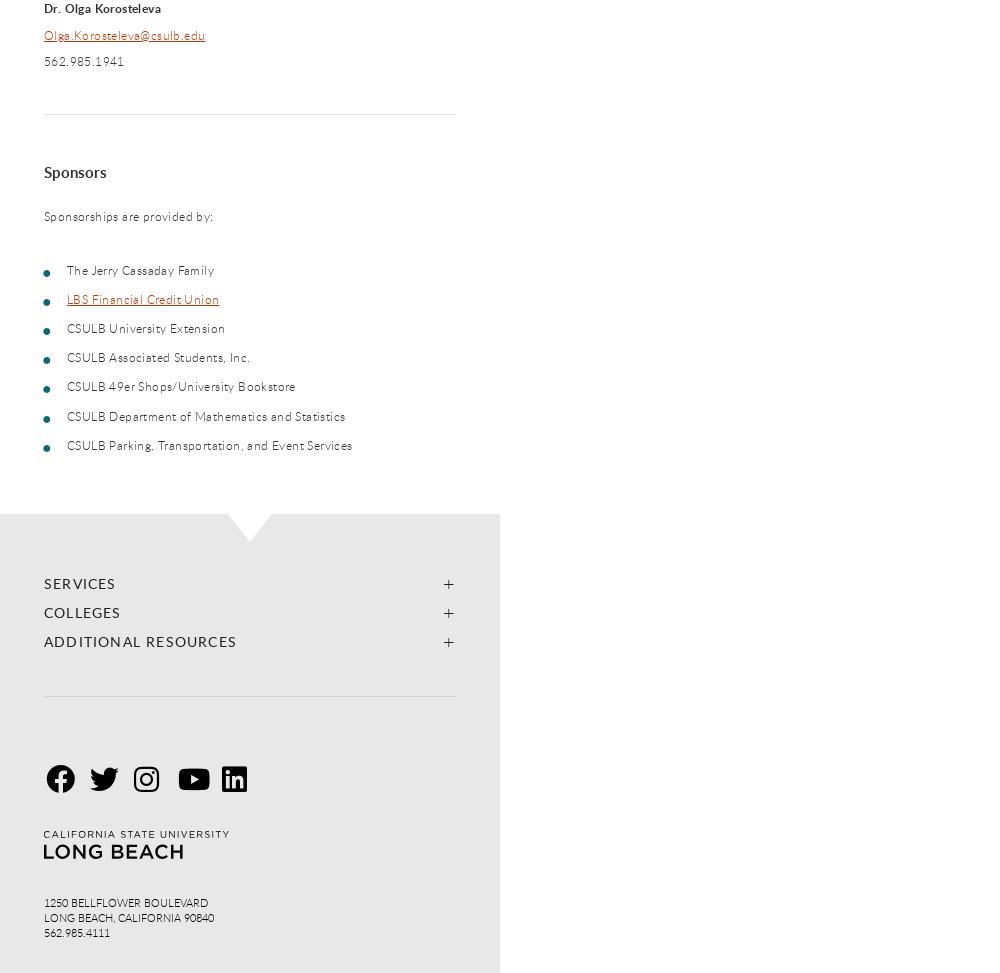  What do you see at coordinates (66, 443) in the screenshot?
I see `'CSULB Parking, Transportation, and Event Services'` at bounding box center [66, 443].